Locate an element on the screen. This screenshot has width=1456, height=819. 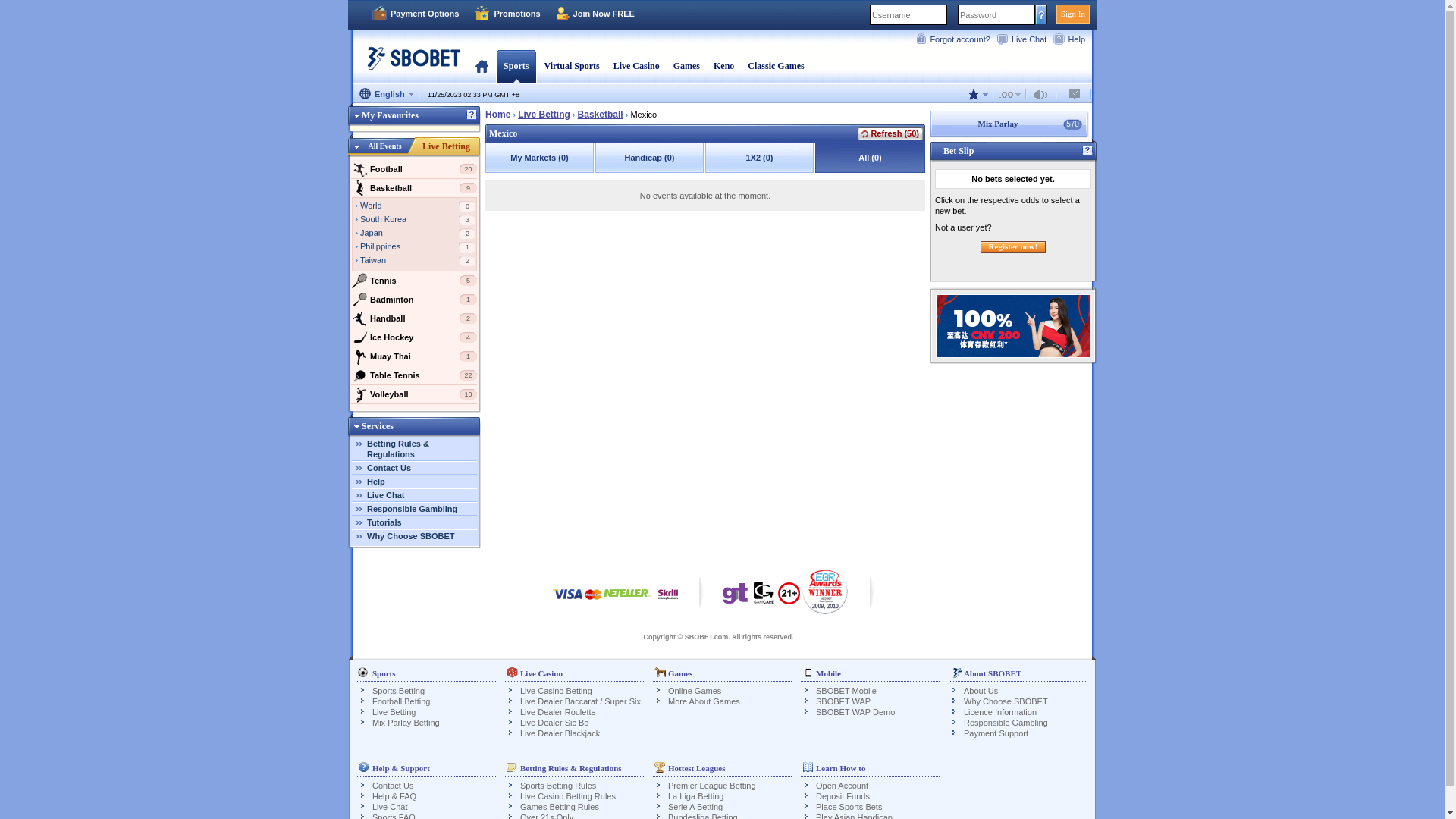
'Live Chat' is located at coordinates (385, 494).